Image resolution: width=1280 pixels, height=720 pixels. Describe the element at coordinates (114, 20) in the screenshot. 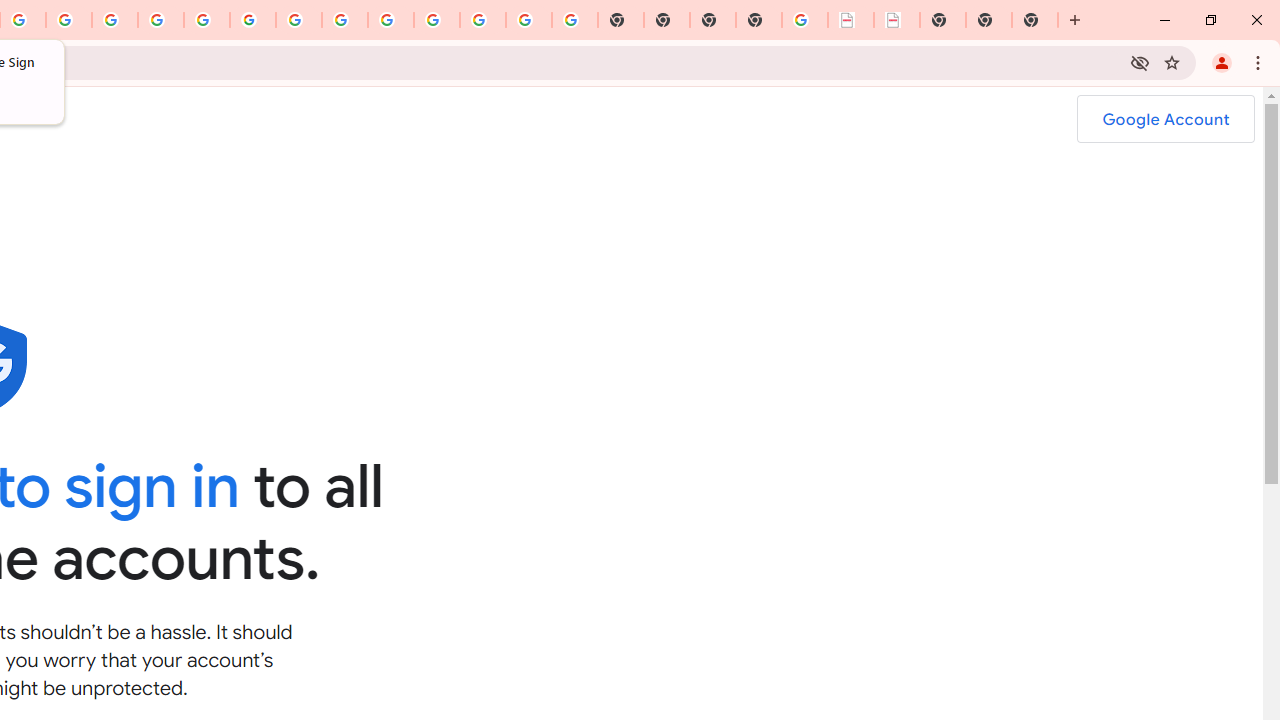

I see `'Privacy Help Center - Policies Help'` at that location.